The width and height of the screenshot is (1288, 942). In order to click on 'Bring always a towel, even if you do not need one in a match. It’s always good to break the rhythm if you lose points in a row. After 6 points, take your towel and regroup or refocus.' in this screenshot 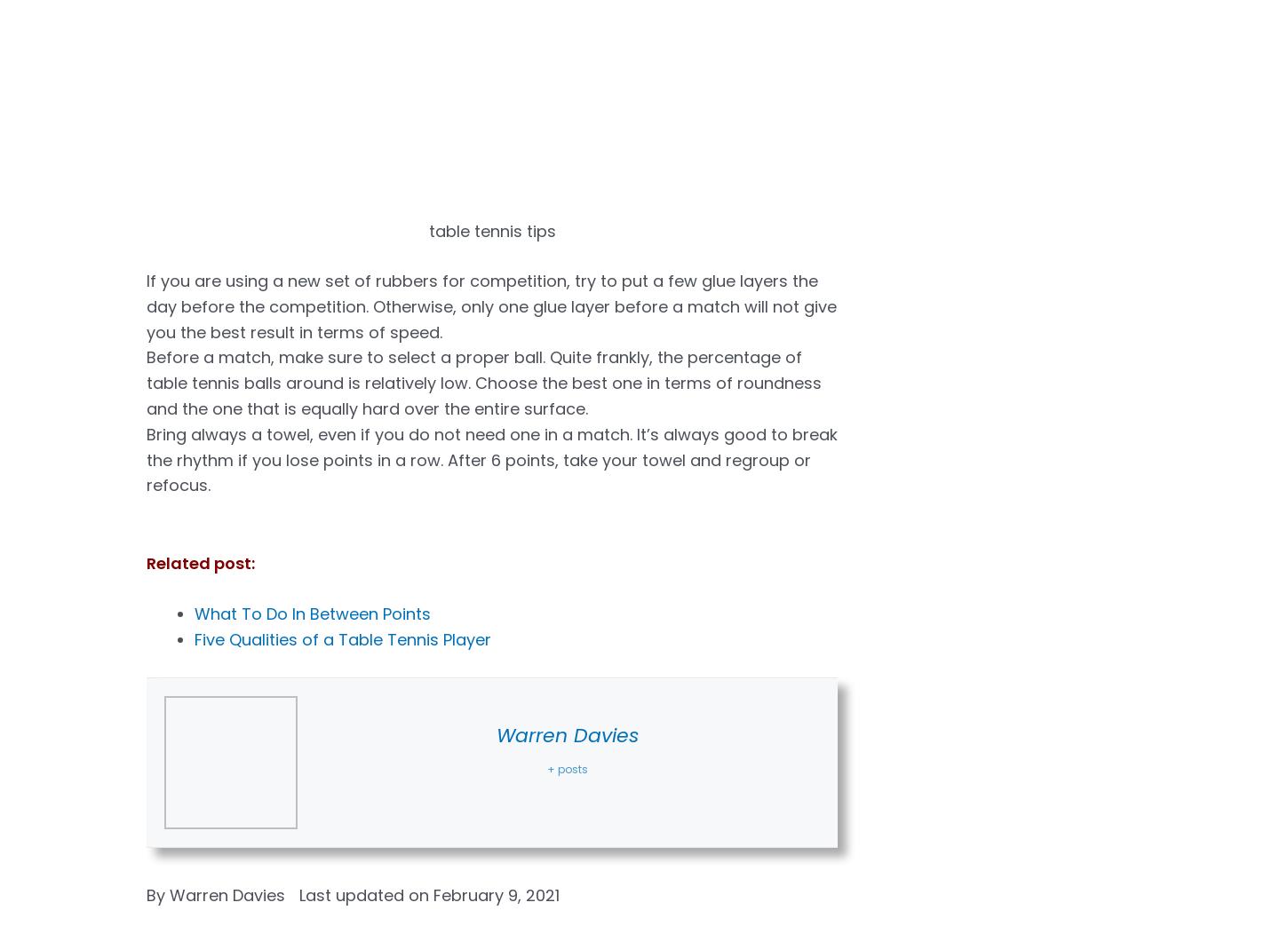, I will do `click(492, 459)`.